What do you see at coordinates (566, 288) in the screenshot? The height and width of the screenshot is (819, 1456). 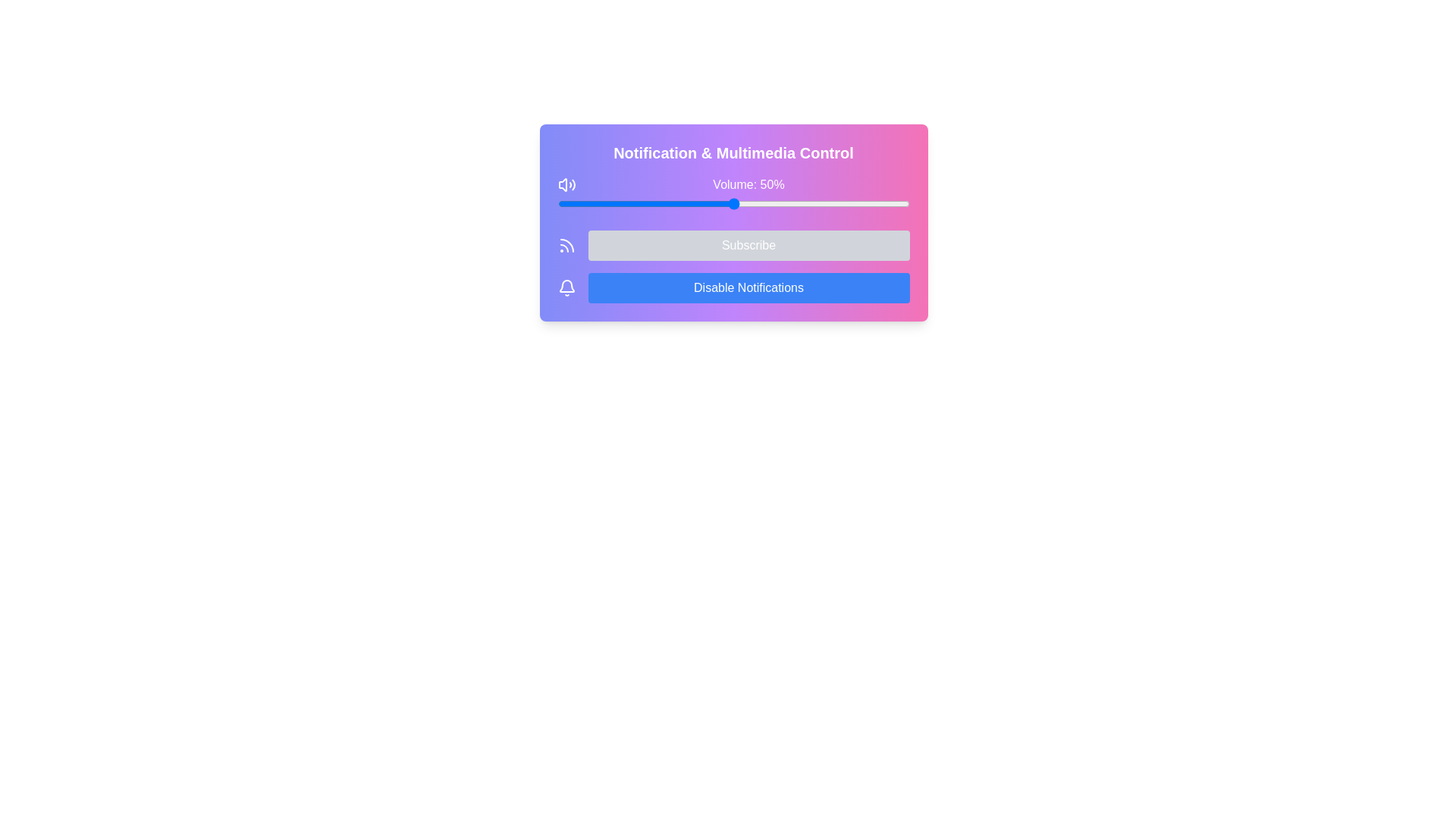 I see `the bell icon, which is styled with a fine outline and positioned prominently above the 'Disable Notifications' button` at bounding box center [566, 288].